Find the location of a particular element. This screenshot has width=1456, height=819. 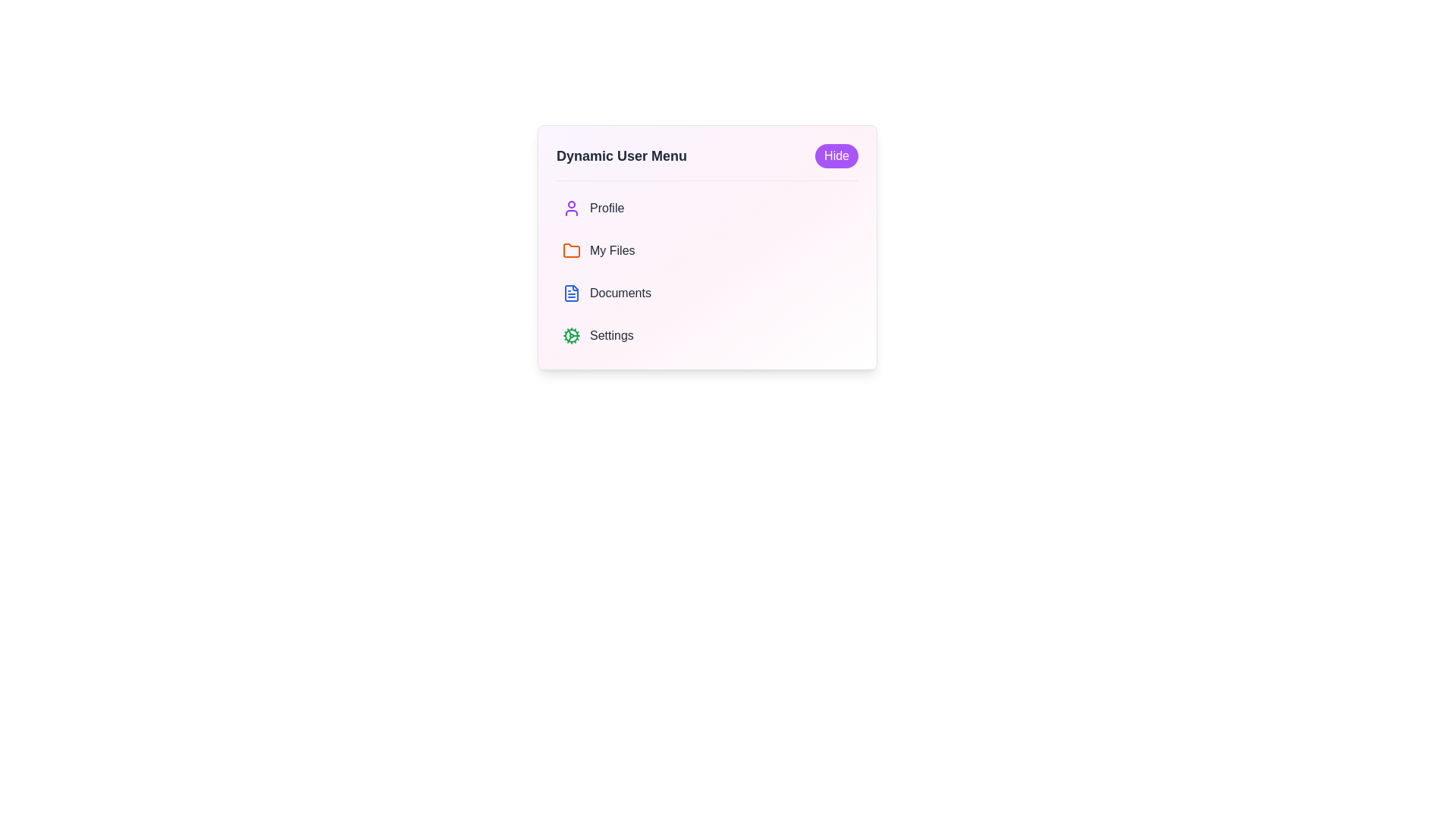

the folder icon located beside the 'My Files' text label in the vertical menu is located at coordinates (570, 249).